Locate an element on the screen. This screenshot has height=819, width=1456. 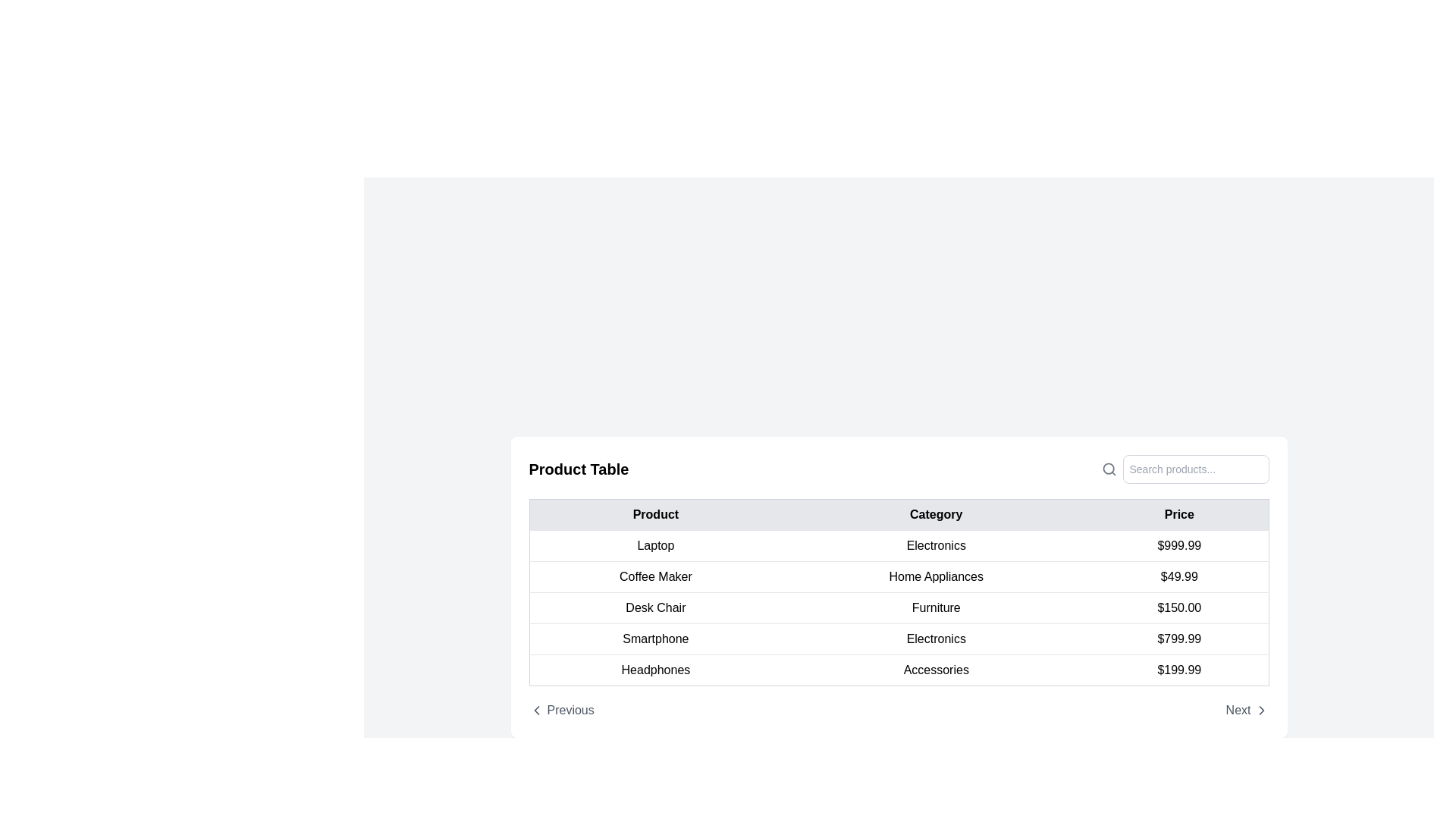
the 'Product' table header, which is the first column header of the table with a light gray background and bold black text is located at coordinates (655, 513).